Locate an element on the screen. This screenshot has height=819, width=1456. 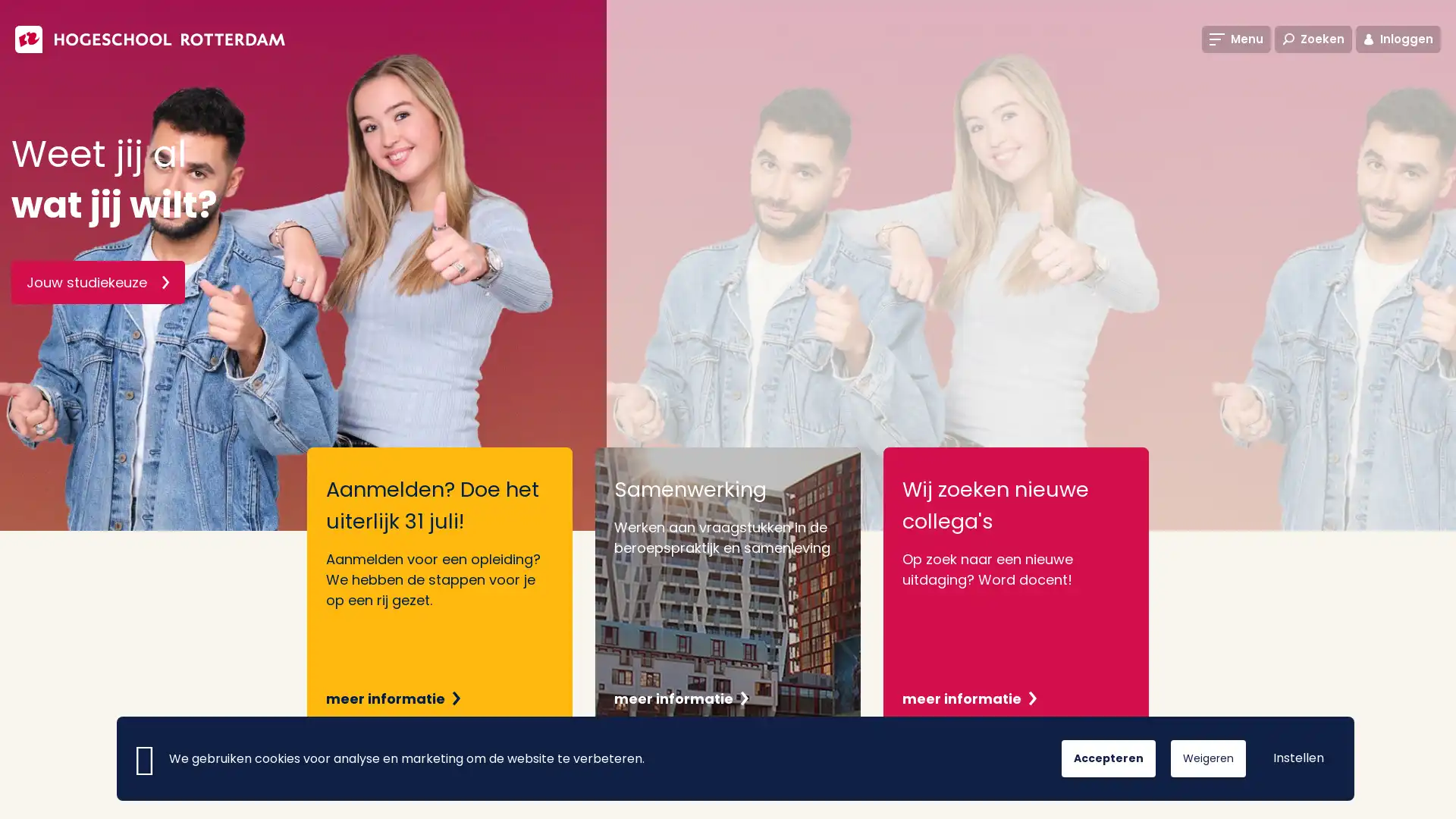
Accepteren is located at coordinates (1107, 758).